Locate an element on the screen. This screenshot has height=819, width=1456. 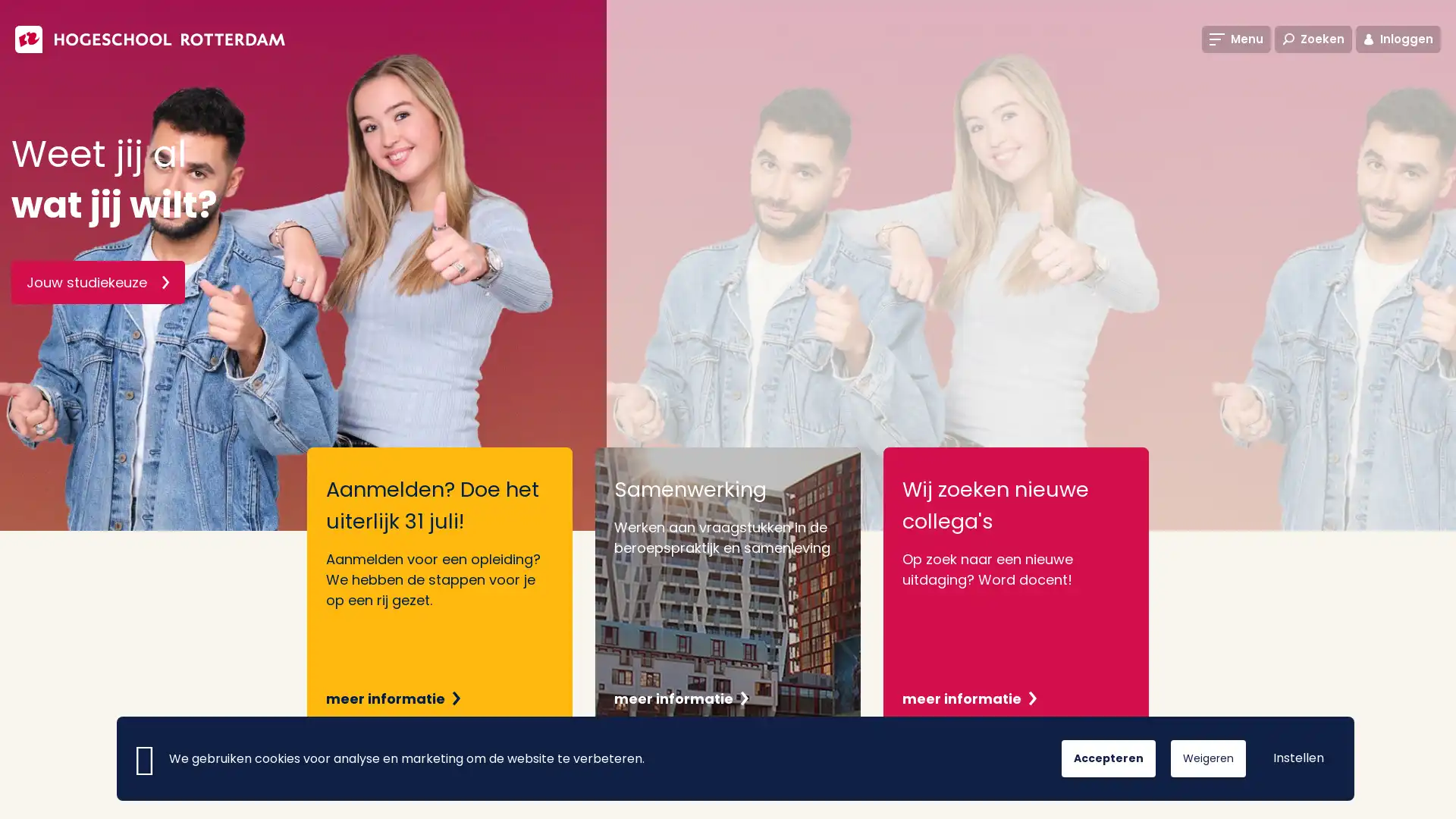
Accepteren is located at coordinates (1107, 758).